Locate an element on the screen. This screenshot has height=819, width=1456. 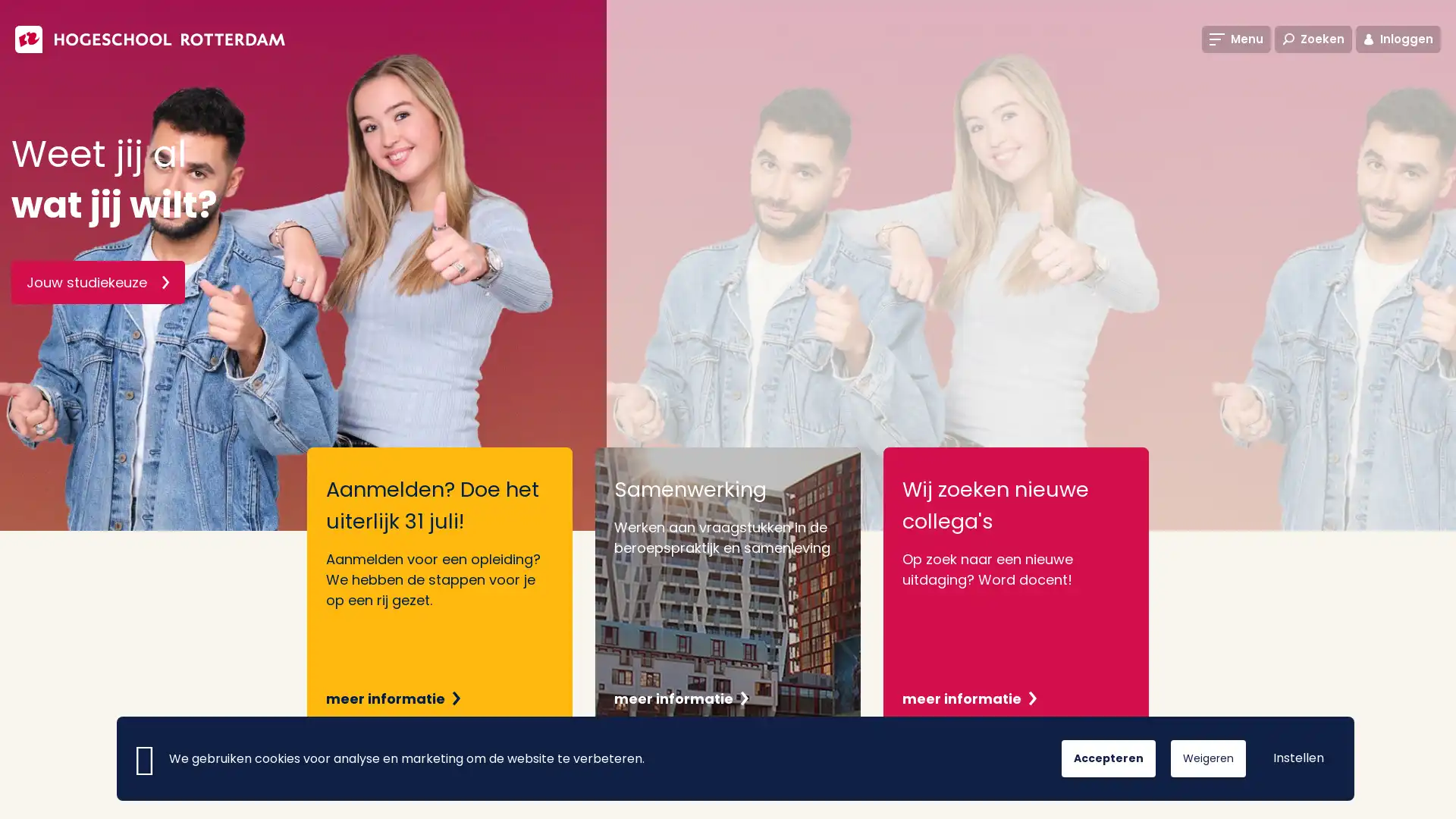
Accepteren is located at coordinates (1107, 758).